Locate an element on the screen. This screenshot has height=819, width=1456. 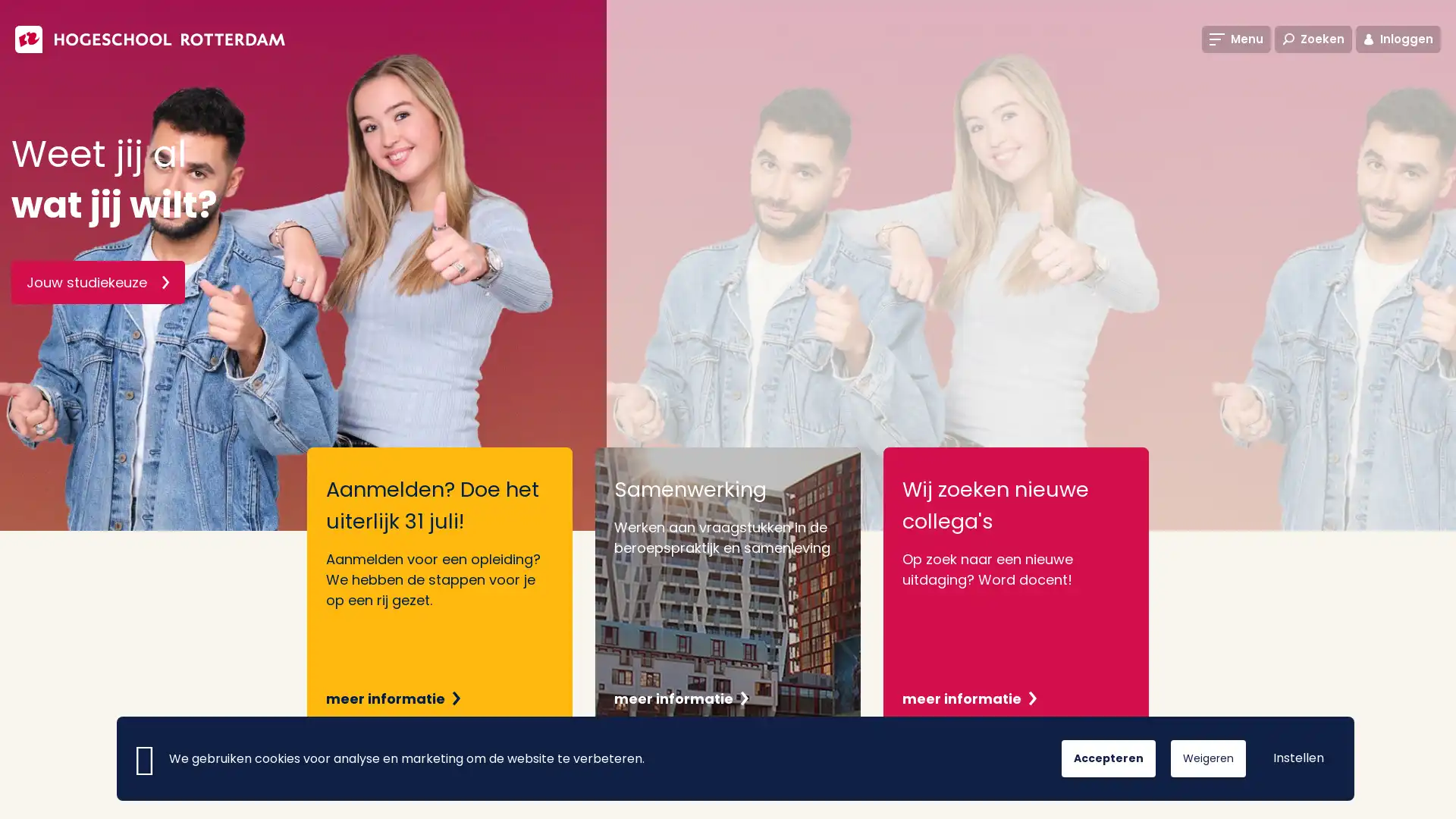
Accepteren is located at coordinates (1107, 758).